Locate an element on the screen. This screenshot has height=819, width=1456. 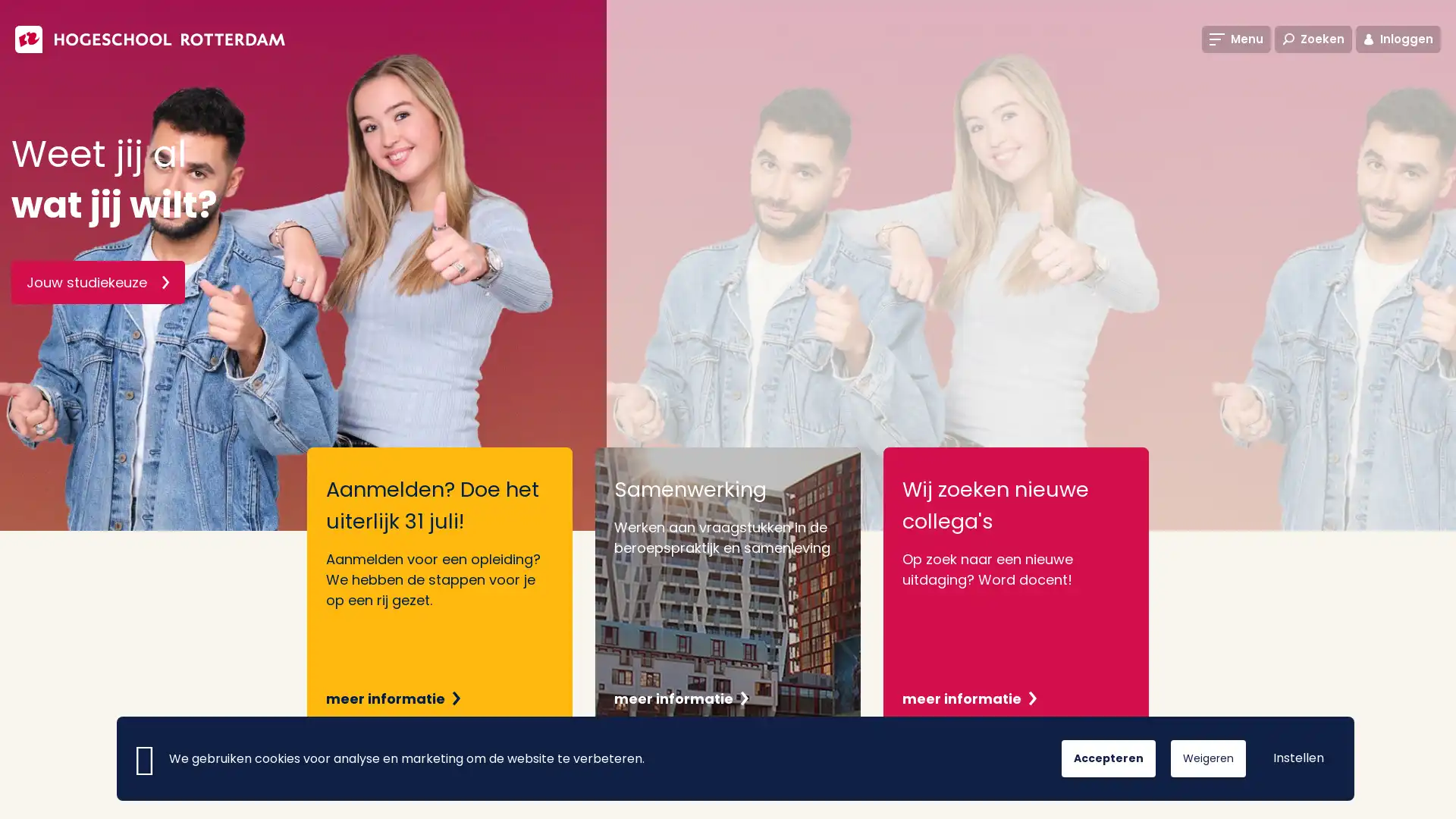
Accepteren is located at coordinates (1107, 758).